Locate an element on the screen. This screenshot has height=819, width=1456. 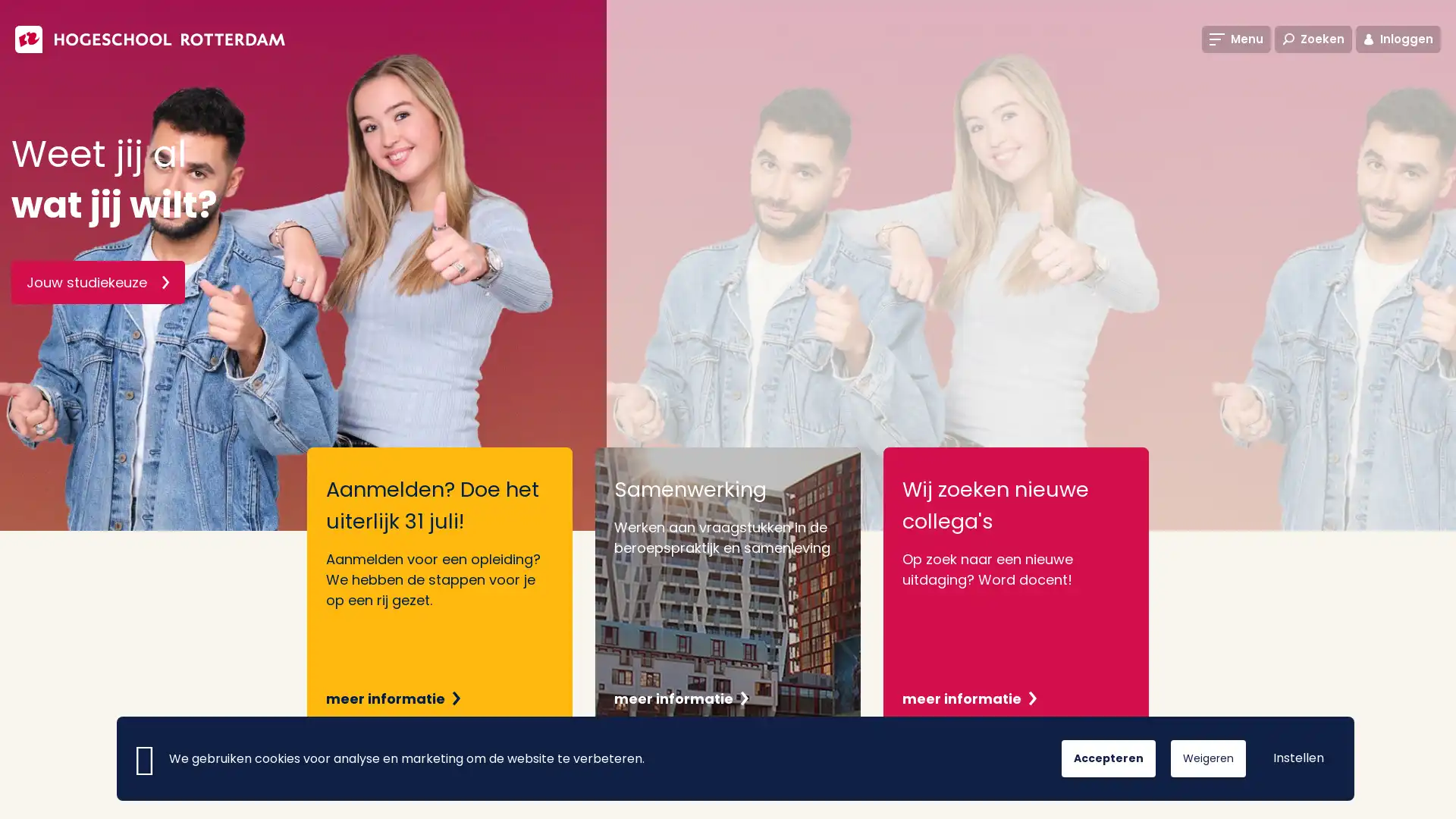
Accepteren is located at coordinates (1107, 758).